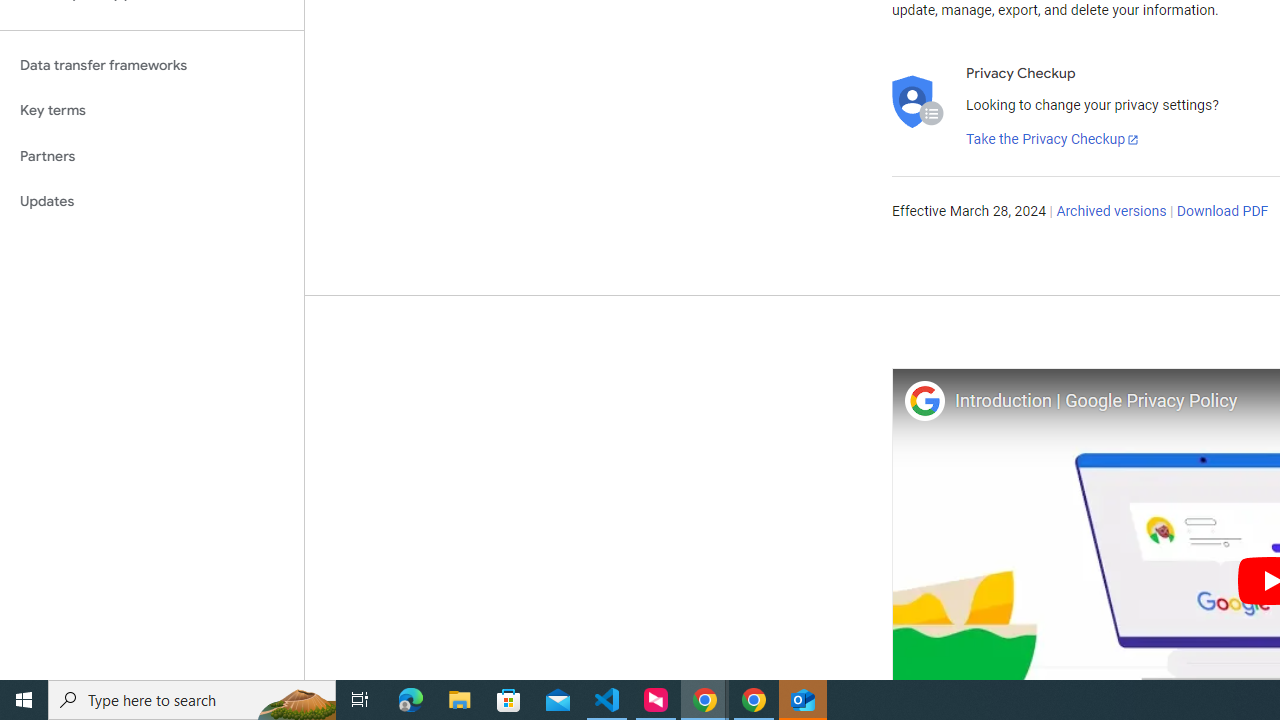 This screenshot has height=720, width=1280. Describe the element at coordinates (923, 400) in the screenshot. I see `'Photo image of Google'` at that location.